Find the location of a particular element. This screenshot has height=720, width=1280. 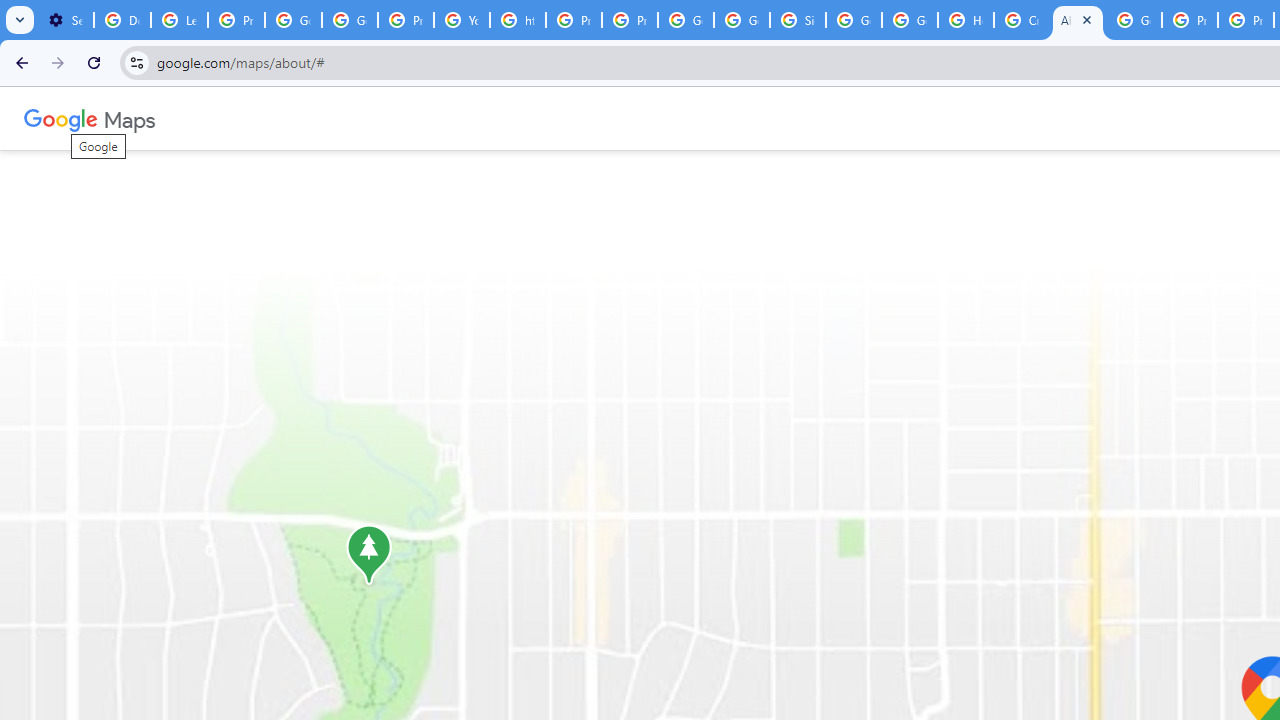

'Google Account Help' is located at coordinates (350, 20).